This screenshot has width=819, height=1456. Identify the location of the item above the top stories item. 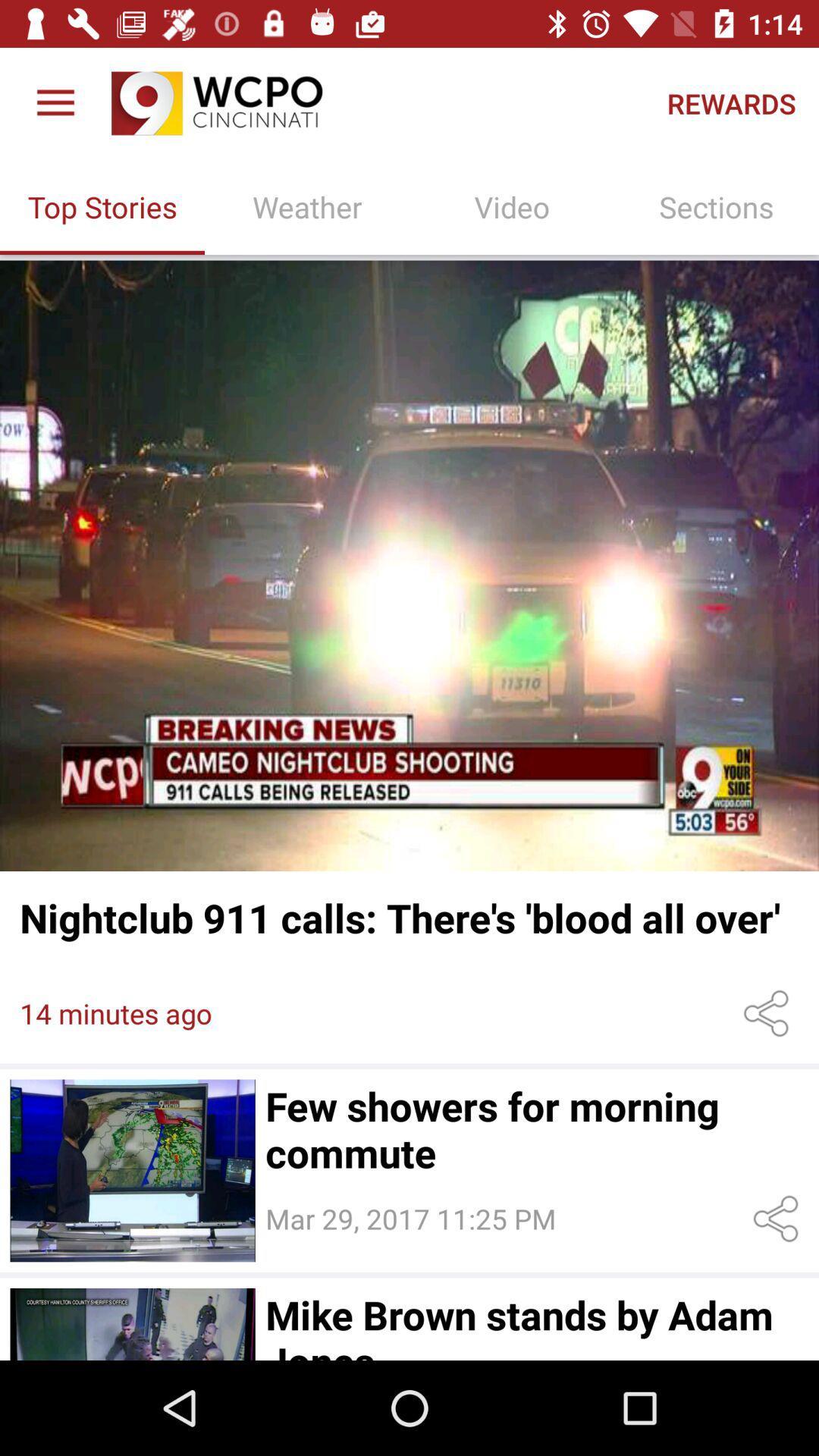
(55, 102).